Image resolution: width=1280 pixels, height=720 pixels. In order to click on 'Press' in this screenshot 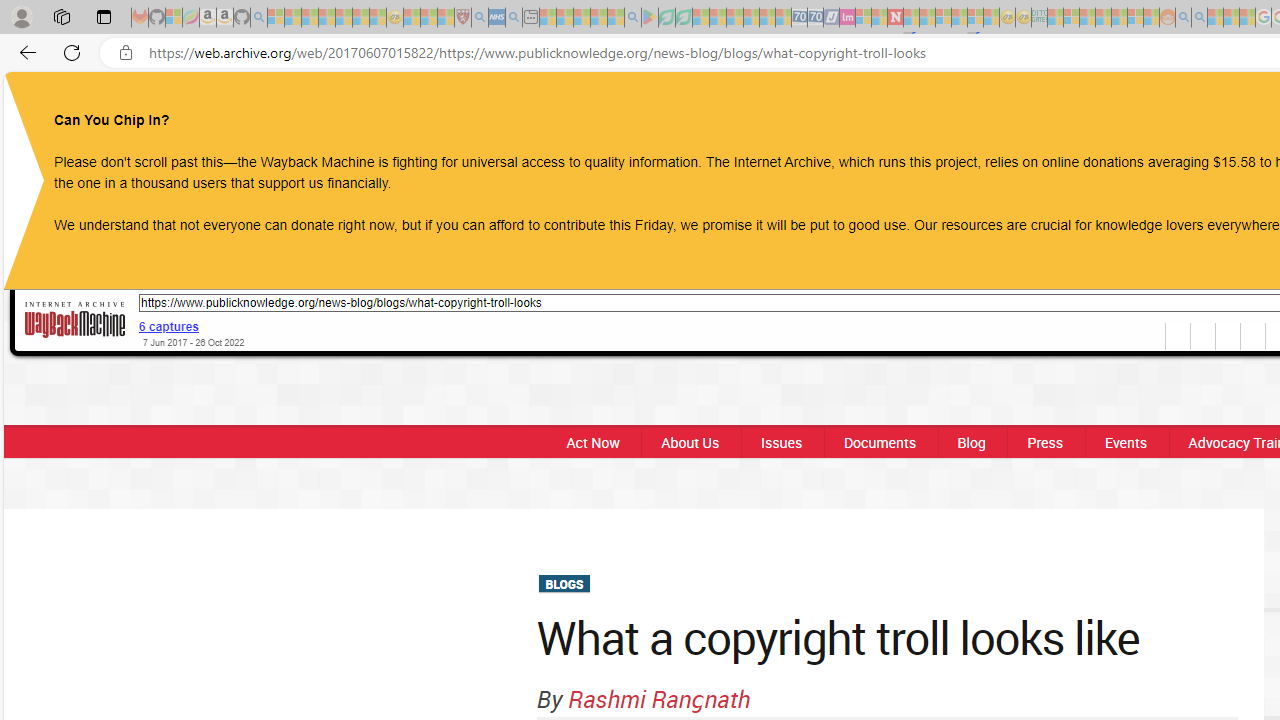, I will do `click(1044, 441)`.